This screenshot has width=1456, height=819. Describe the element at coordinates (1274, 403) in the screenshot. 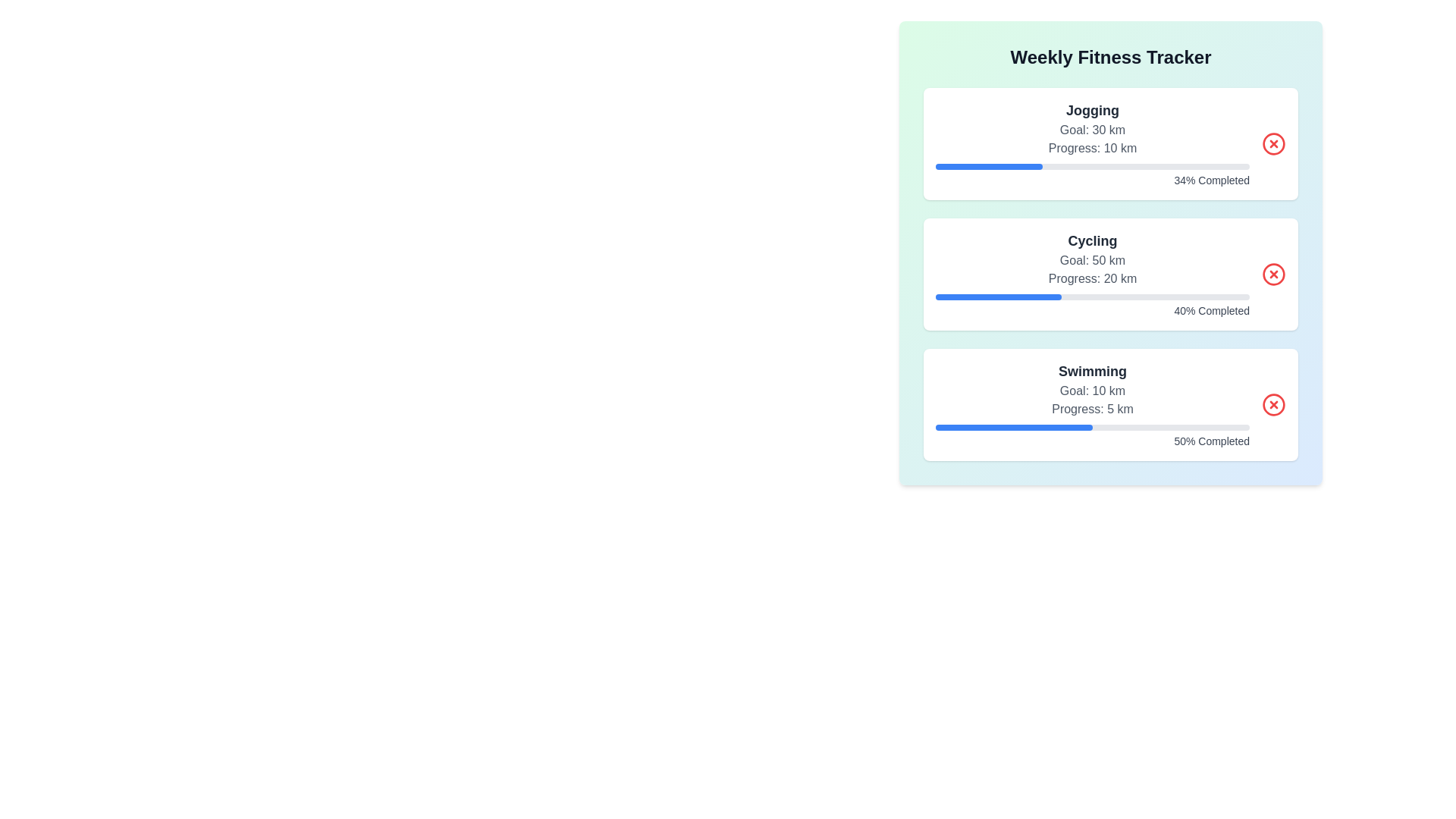

I see `the prominent red circular icon with an 'X' symbol next to the 'Swimming' goal` at that location.